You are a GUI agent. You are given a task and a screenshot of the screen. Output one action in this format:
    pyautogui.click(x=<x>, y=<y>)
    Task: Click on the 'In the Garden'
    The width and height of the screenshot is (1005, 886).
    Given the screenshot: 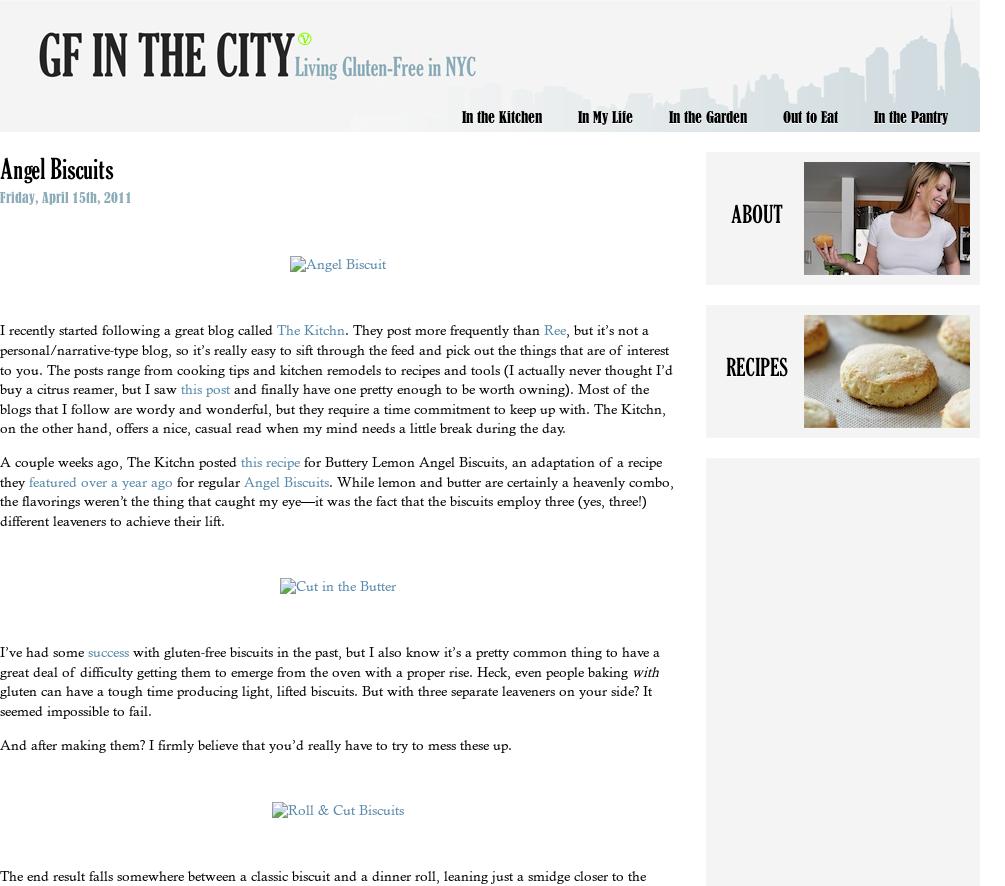 What is the action you would take?
    pyautogui.click(x=668, y=117)
    